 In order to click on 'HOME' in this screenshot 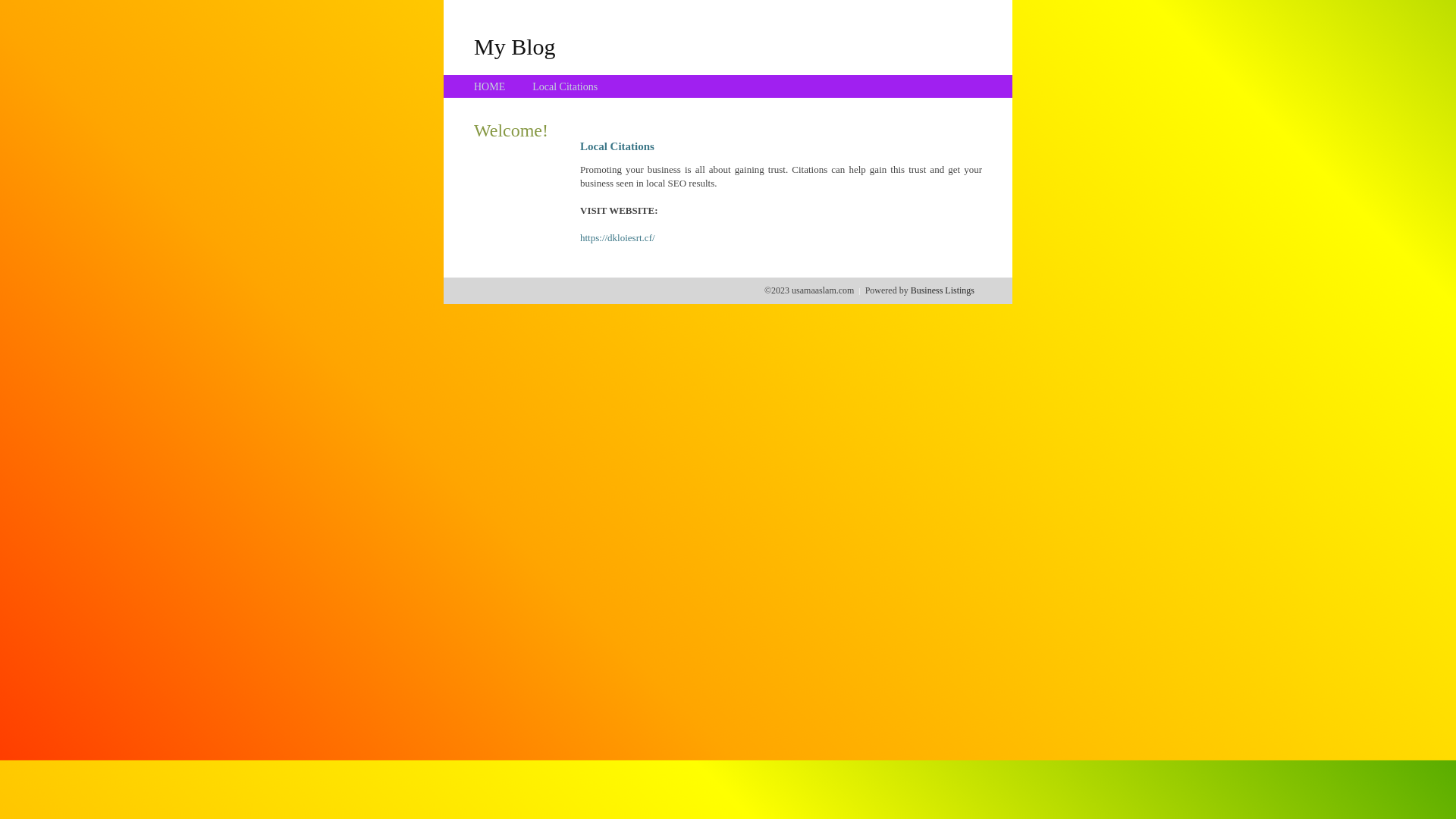, I will do `click(489, 86)`.